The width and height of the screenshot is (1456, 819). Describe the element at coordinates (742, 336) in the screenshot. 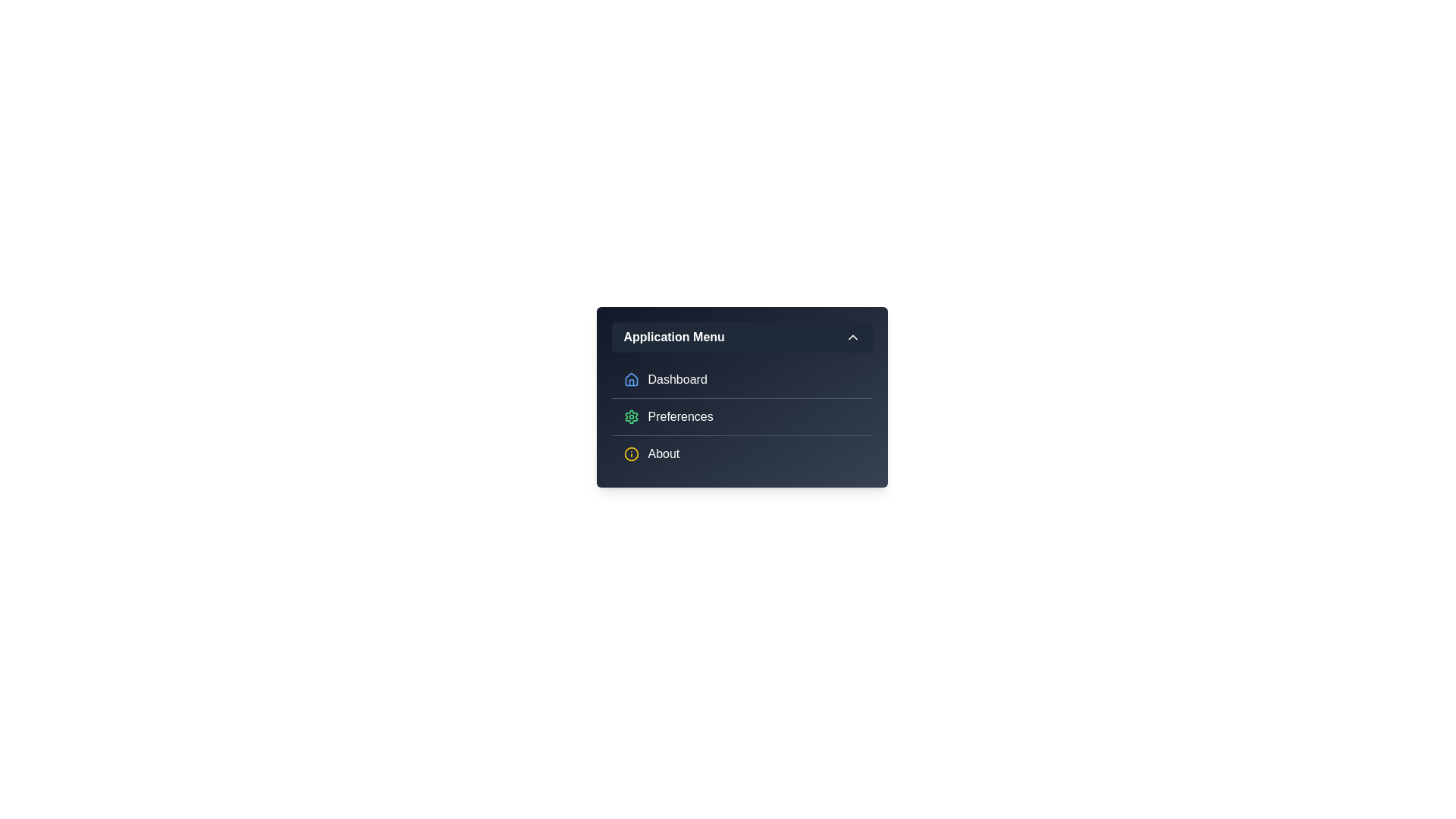

I see `the menu toggle button to toggle the menu open or close` at that location.